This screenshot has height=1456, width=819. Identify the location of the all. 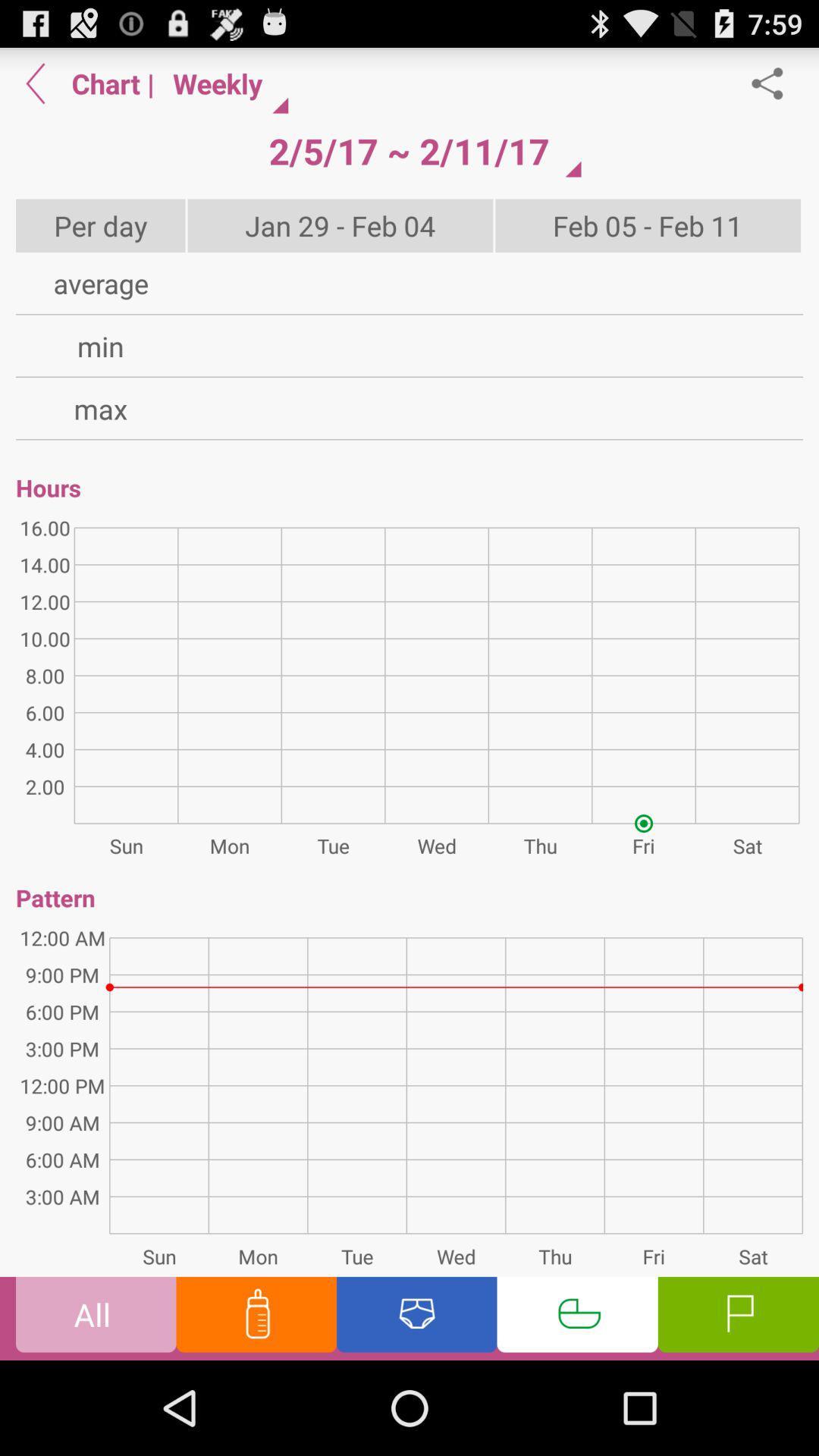
(96, 1317).